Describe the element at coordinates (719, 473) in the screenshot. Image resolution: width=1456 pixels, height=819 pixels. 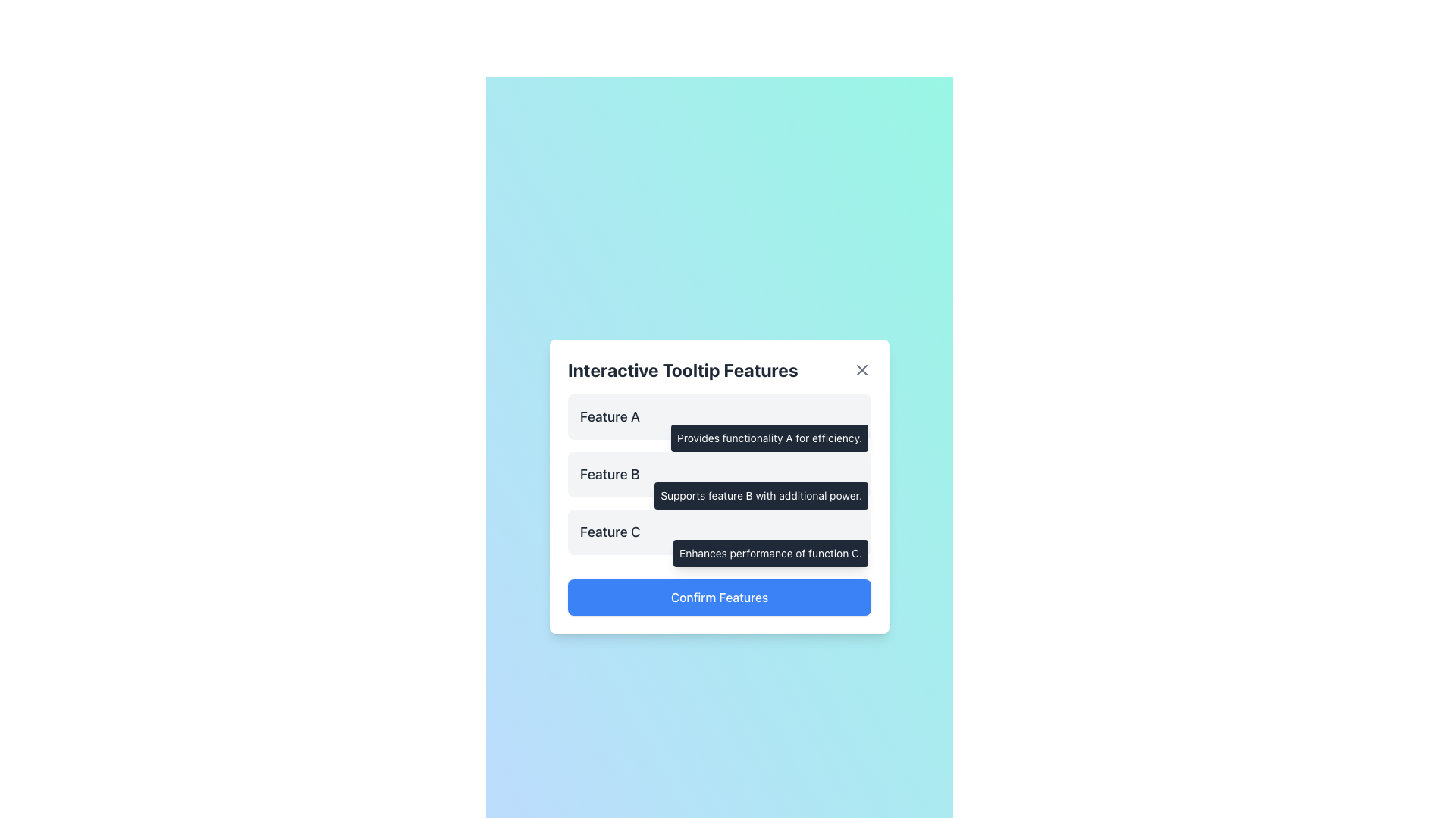
I see `the second feature in the Informational Text Section of the card-like interface, which contains a bold title and descriptive text, positioned between 'Feature A' and 'Feature C'` at that location.